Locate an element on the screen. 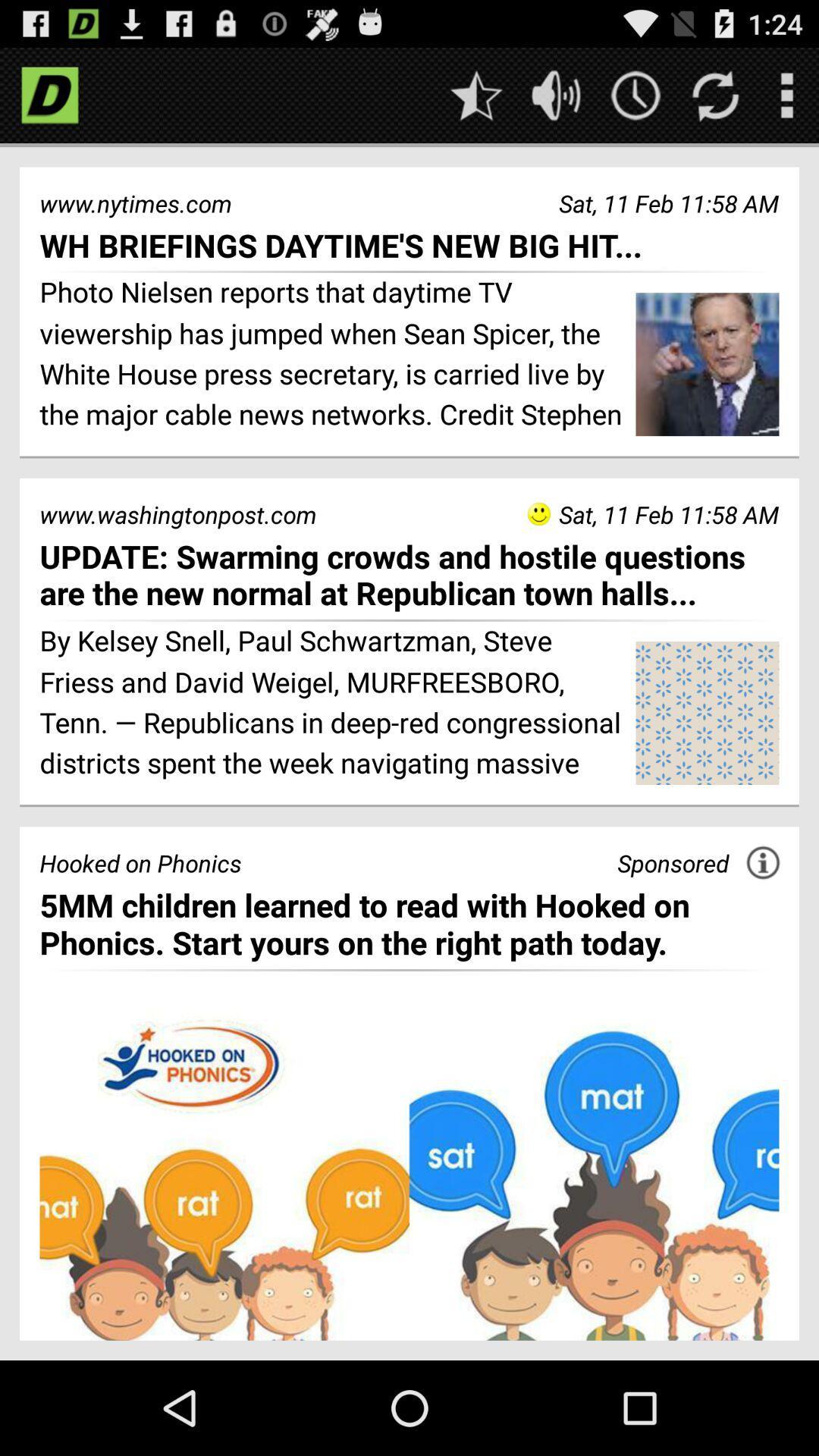  the wh briefings daytime icon is located at coordinates (409, 245).